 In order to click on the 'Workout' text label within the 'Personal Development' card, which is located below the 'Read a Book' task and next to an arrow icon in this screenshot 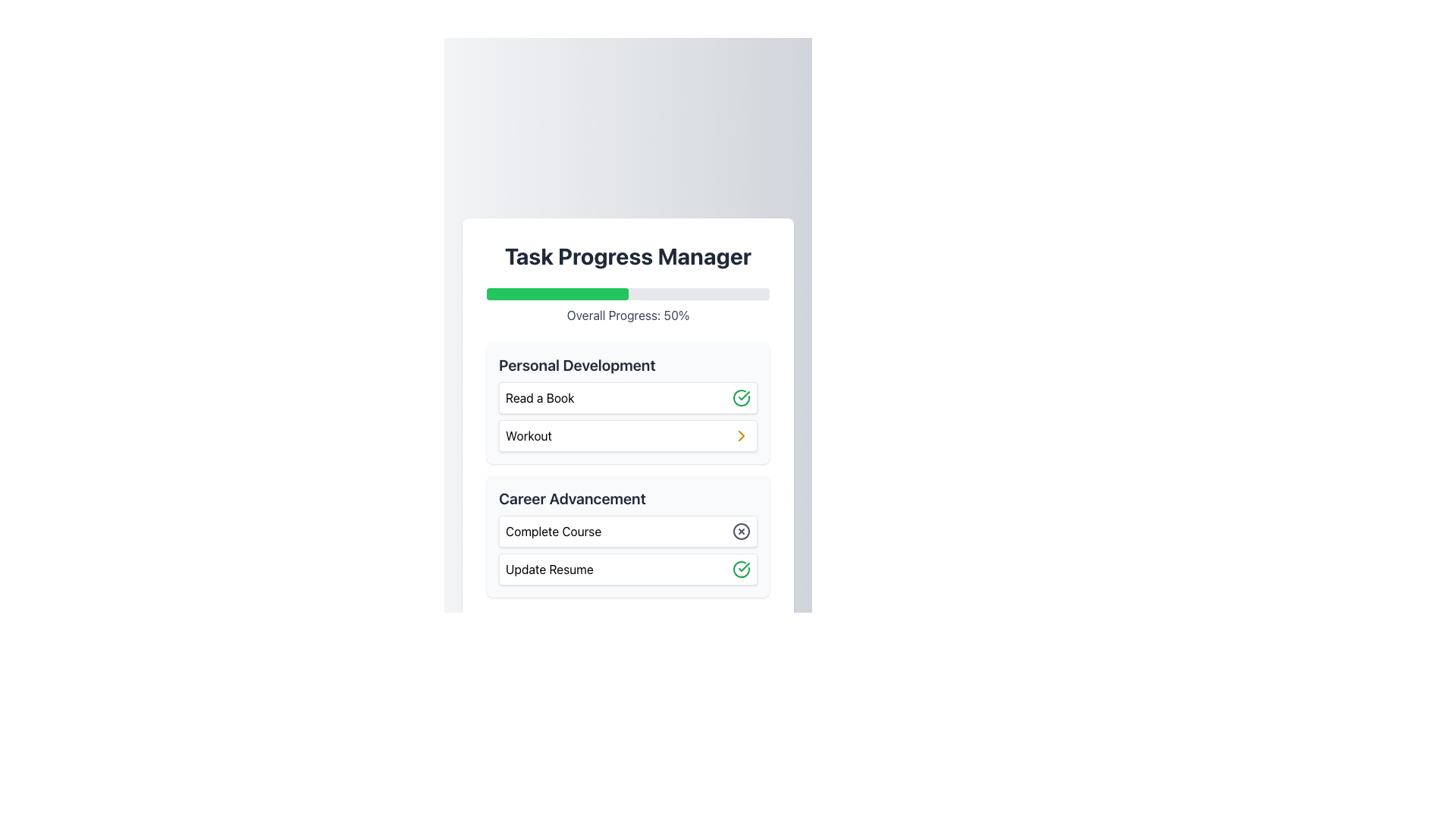, I will do `click(529, 435)`.